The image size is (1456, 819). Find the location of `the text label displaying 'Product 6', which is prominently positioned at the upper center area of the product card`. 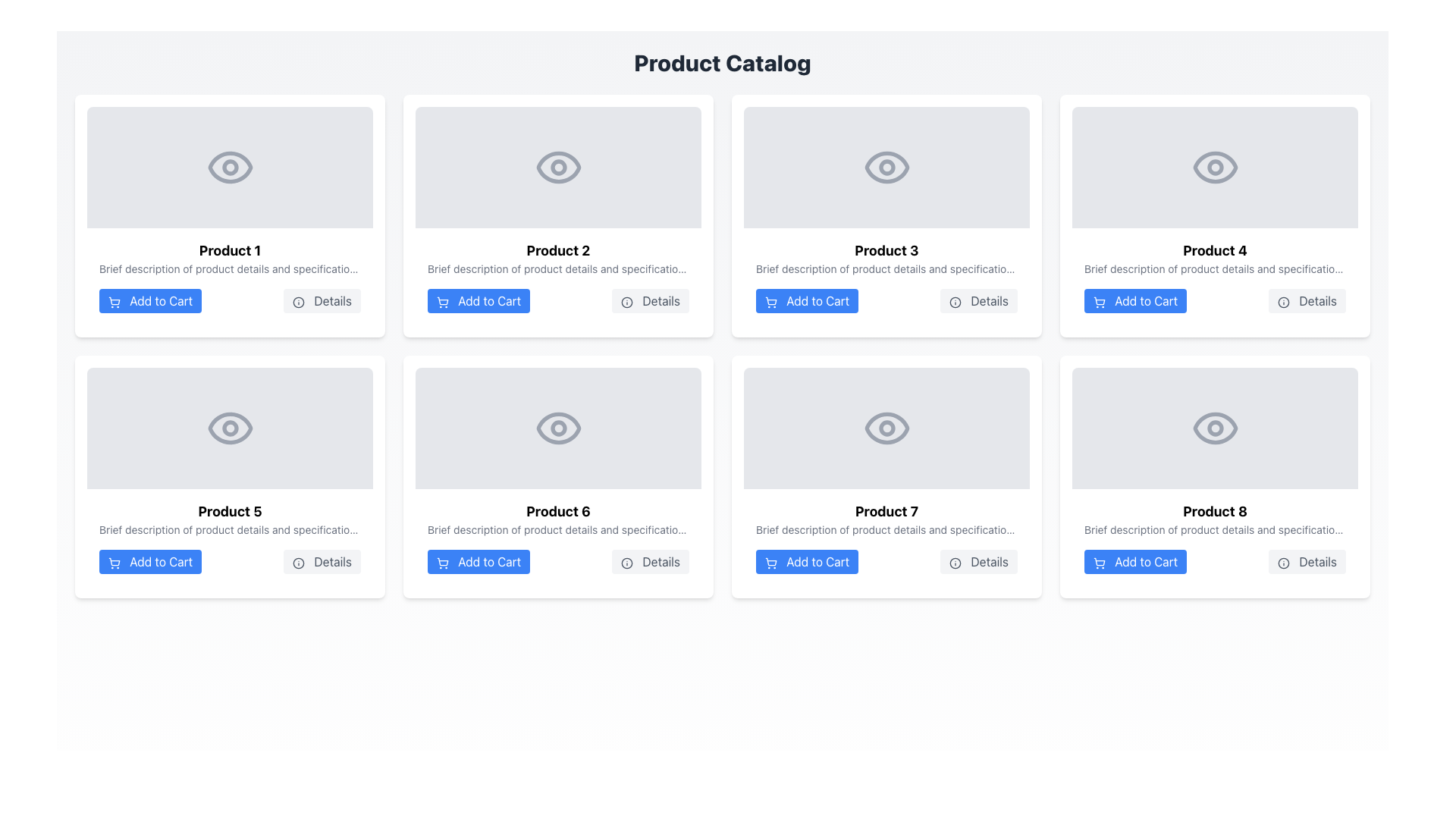

the text label displaying 'Product 6', which is prominently positioned at the upper center area of the product card is located at coordinates (557, 512).